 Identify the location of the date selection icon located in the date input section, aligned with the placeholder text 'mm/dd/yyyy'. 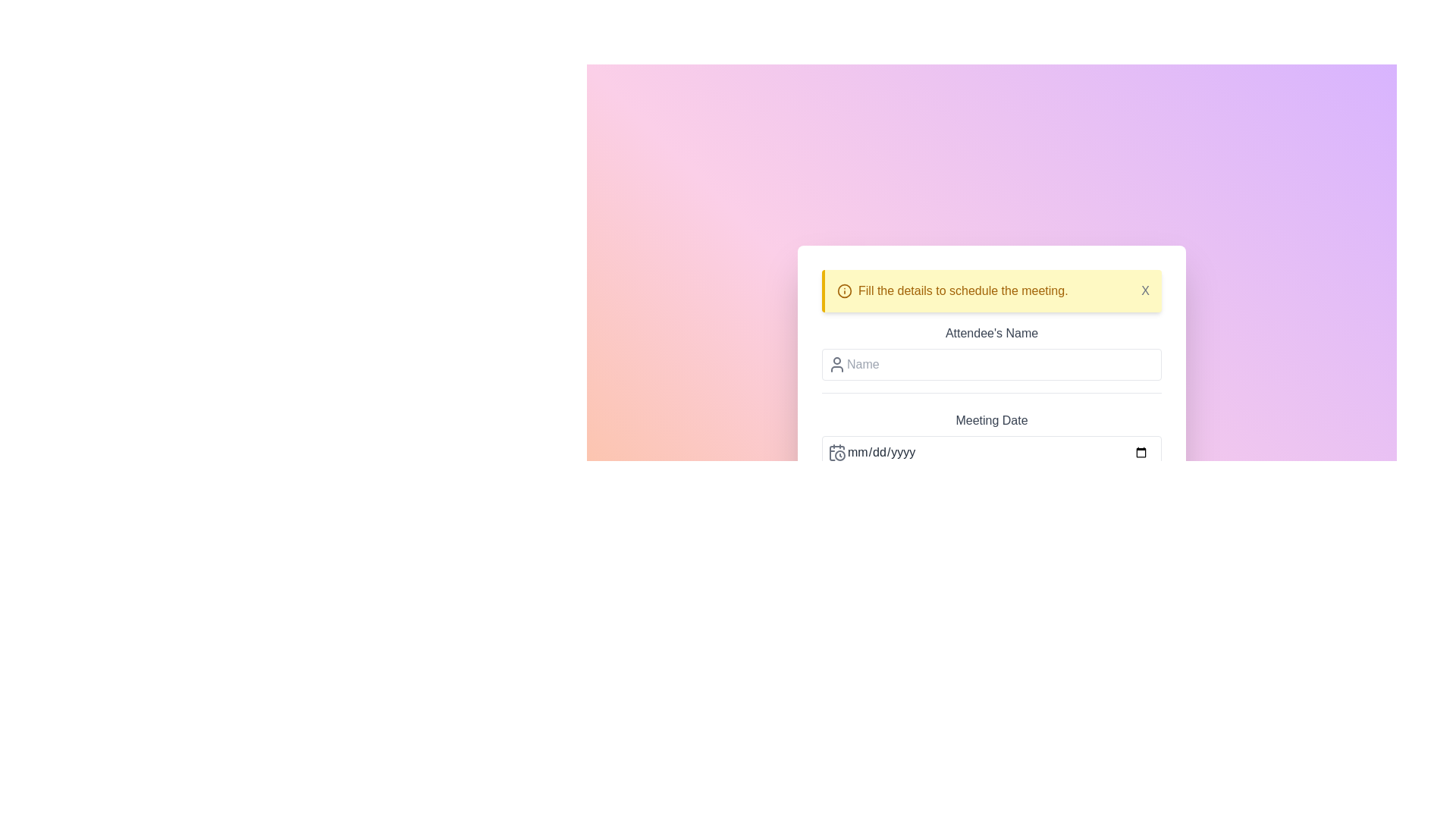
(836, 452).